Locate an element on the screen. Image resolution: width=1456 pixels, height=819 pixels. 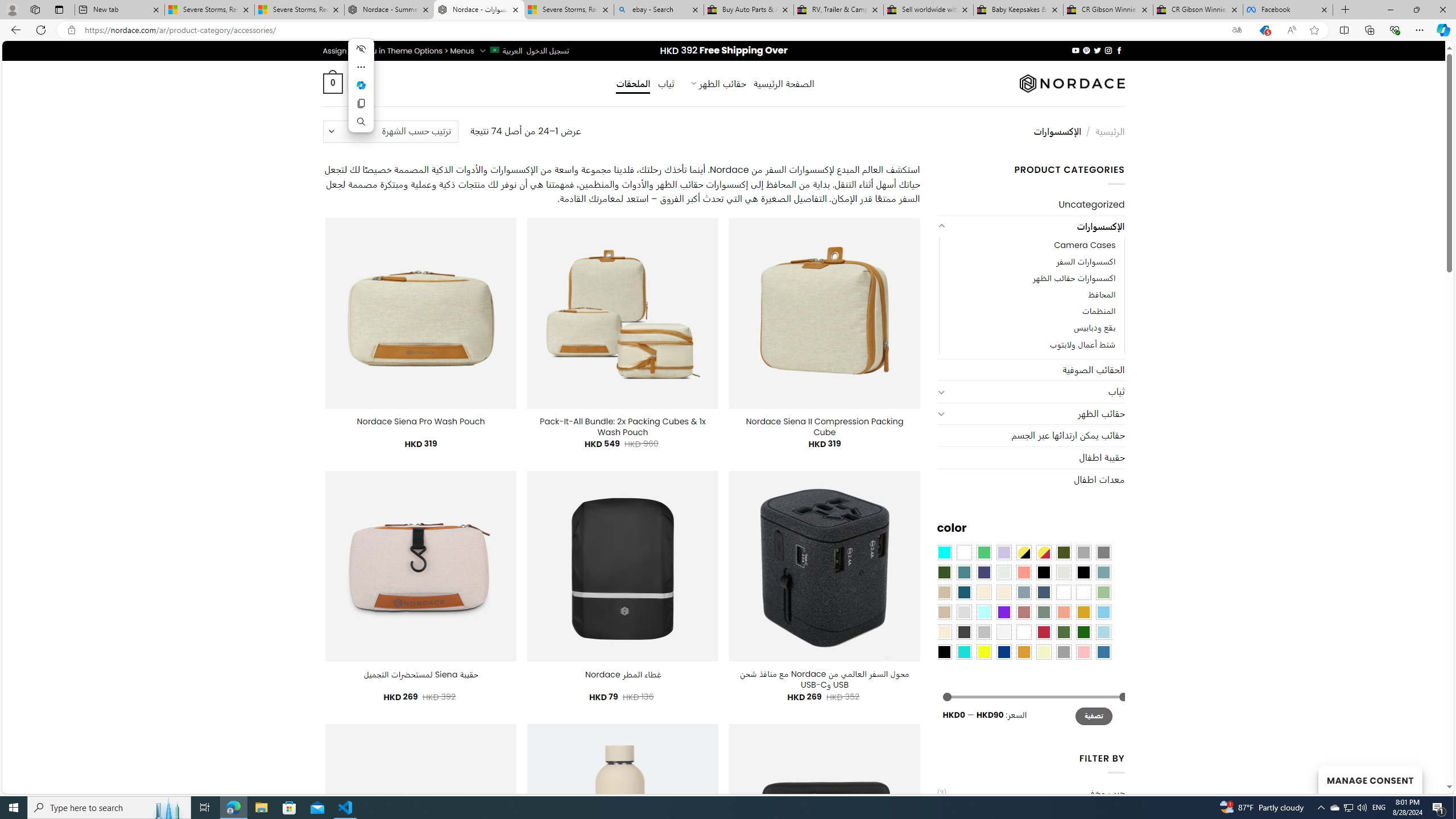
'Blue Sage' is located at coordinates (1103, 572).